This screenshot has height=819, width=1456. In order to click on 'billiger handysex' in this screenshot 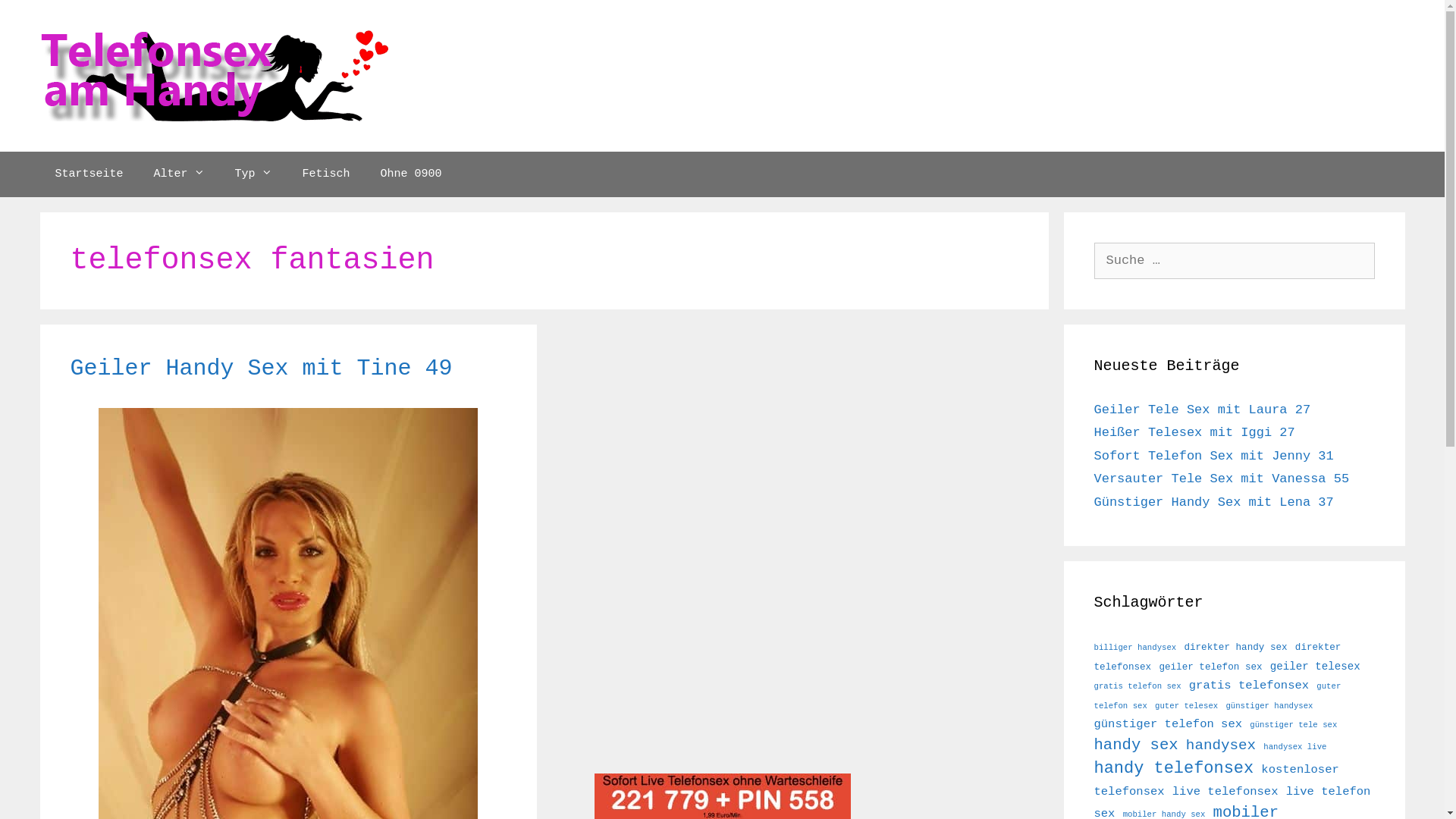, I will do `click(1134, 647)`.